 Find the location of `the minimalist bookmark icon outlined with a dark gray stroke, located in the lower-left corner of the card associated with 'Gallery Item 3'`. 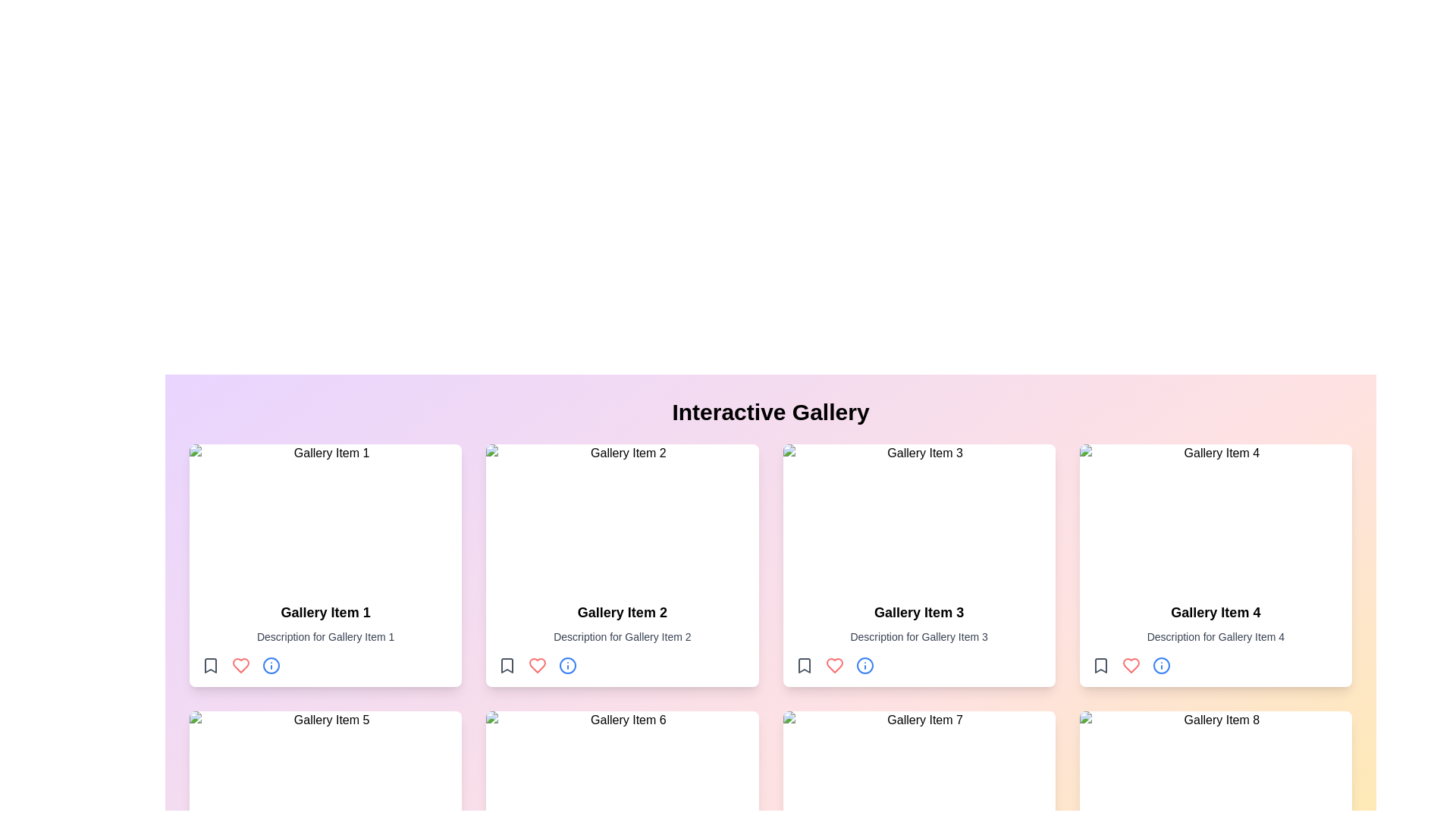

the minimalist bookmark icon outlined with a dark gray stroke, located in the lower-left corner of the card associated with 'Gallery Item 3' is located at coordinates (803, 665).